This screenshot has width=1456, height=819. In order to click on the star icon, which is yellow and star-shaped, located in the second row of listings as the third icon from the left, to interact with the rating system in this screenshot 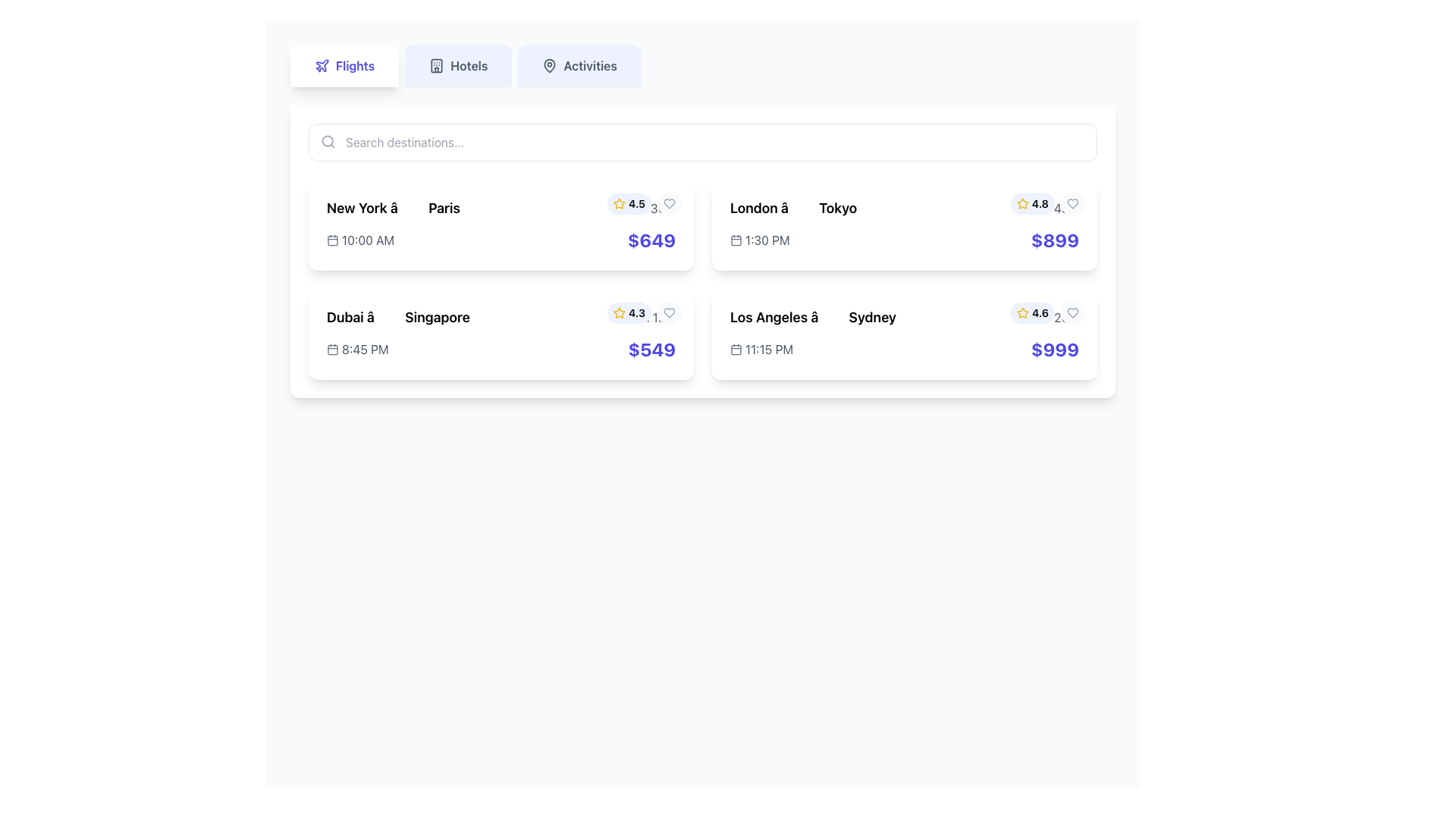, I will do `click(1022, 202)`.